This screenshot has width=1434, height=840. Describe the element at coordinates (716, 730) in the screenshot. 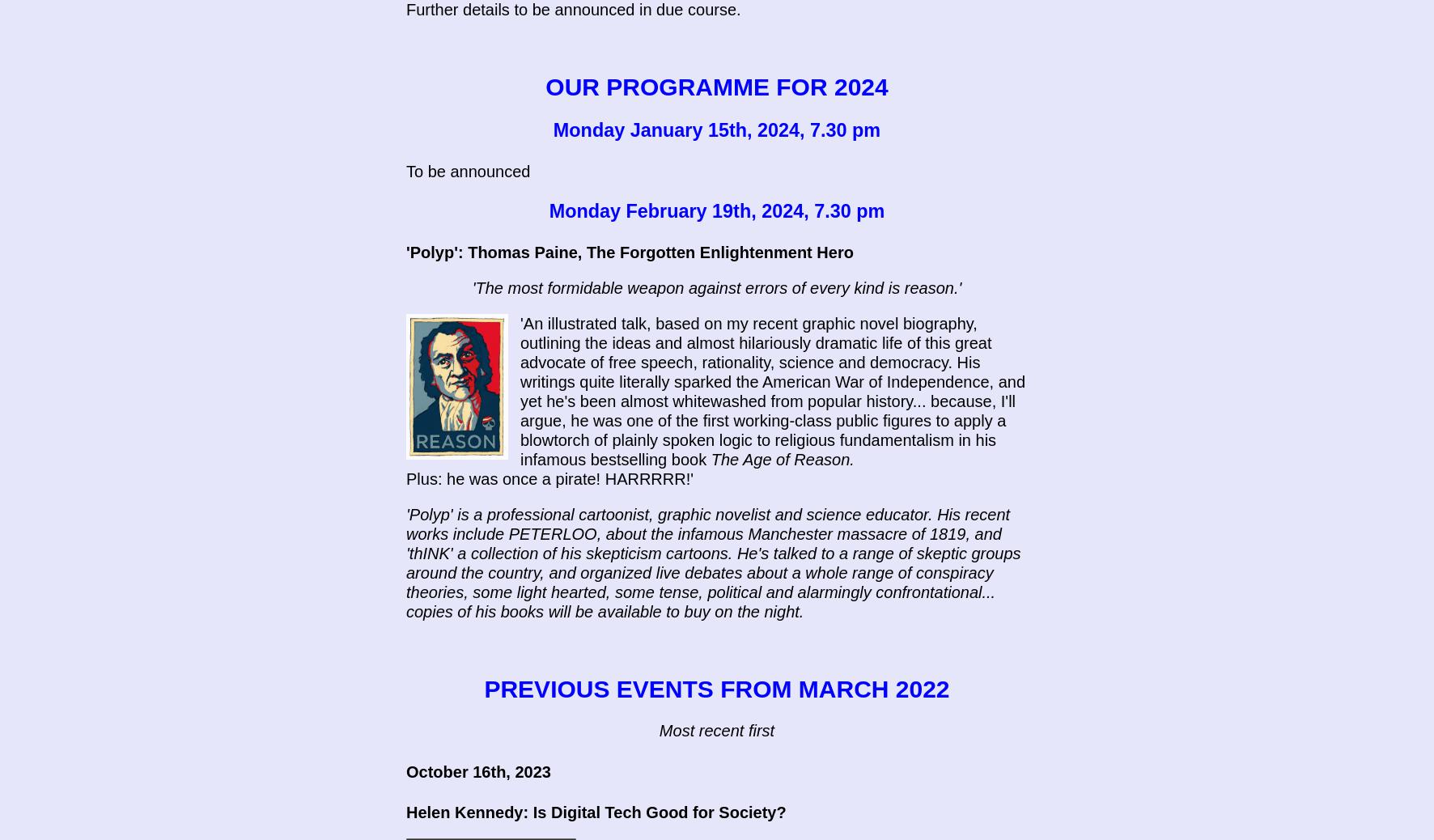

I see `'Most recent first'` at that location.